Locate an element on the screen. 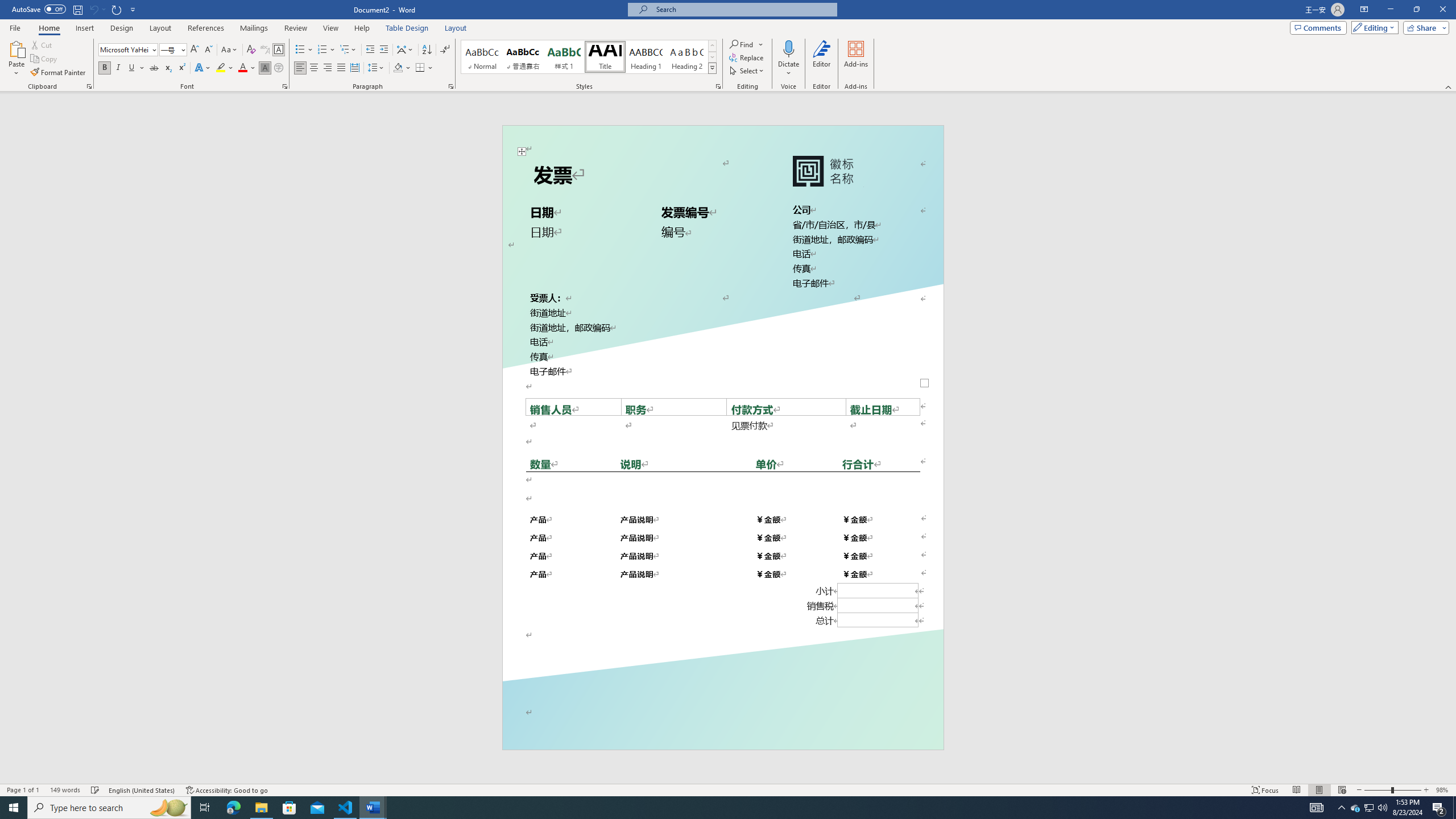 This screenshot has width=1456, height=819. 'Design' is located at coordinates (122, 28).